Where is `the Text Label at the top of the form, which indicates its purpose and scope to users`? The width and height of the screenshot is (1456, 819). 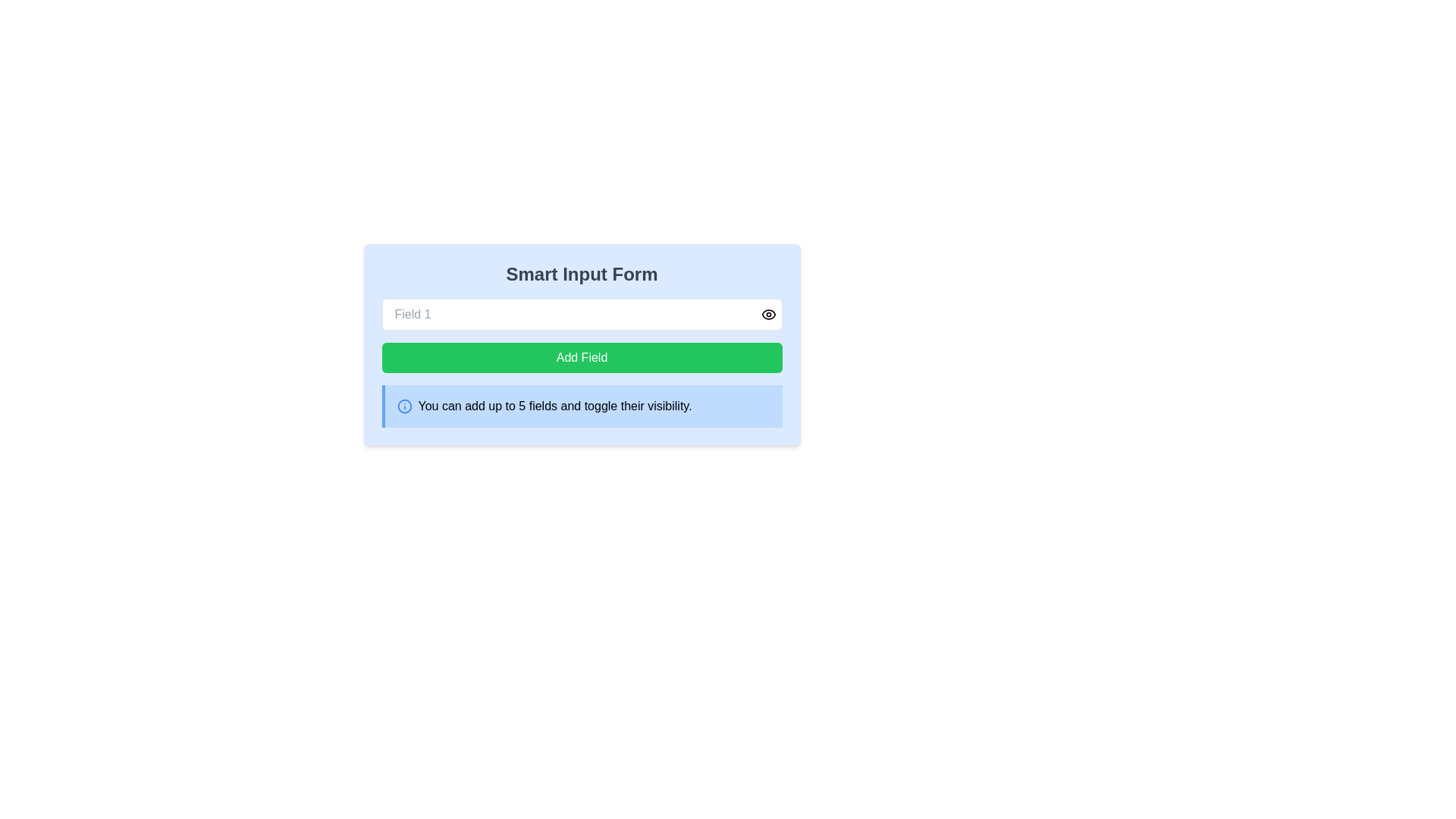
the Text Label at the top of the form, which indicates its purpose and scope to users is located at coordinates (581, 275).